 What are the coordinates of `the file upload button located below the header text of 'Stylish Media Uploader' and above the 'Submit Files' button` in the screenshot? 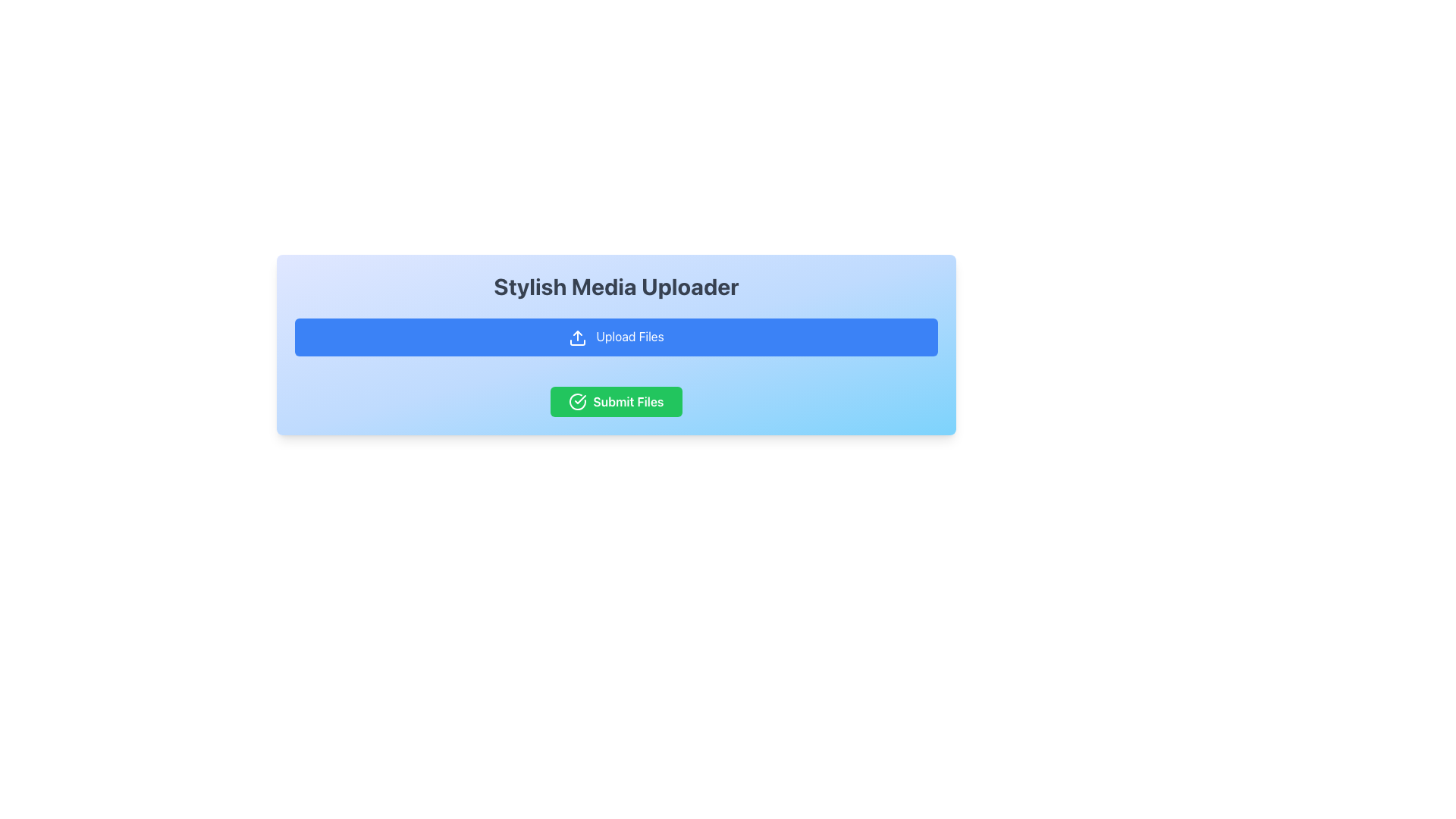 It's located at (616, 335).